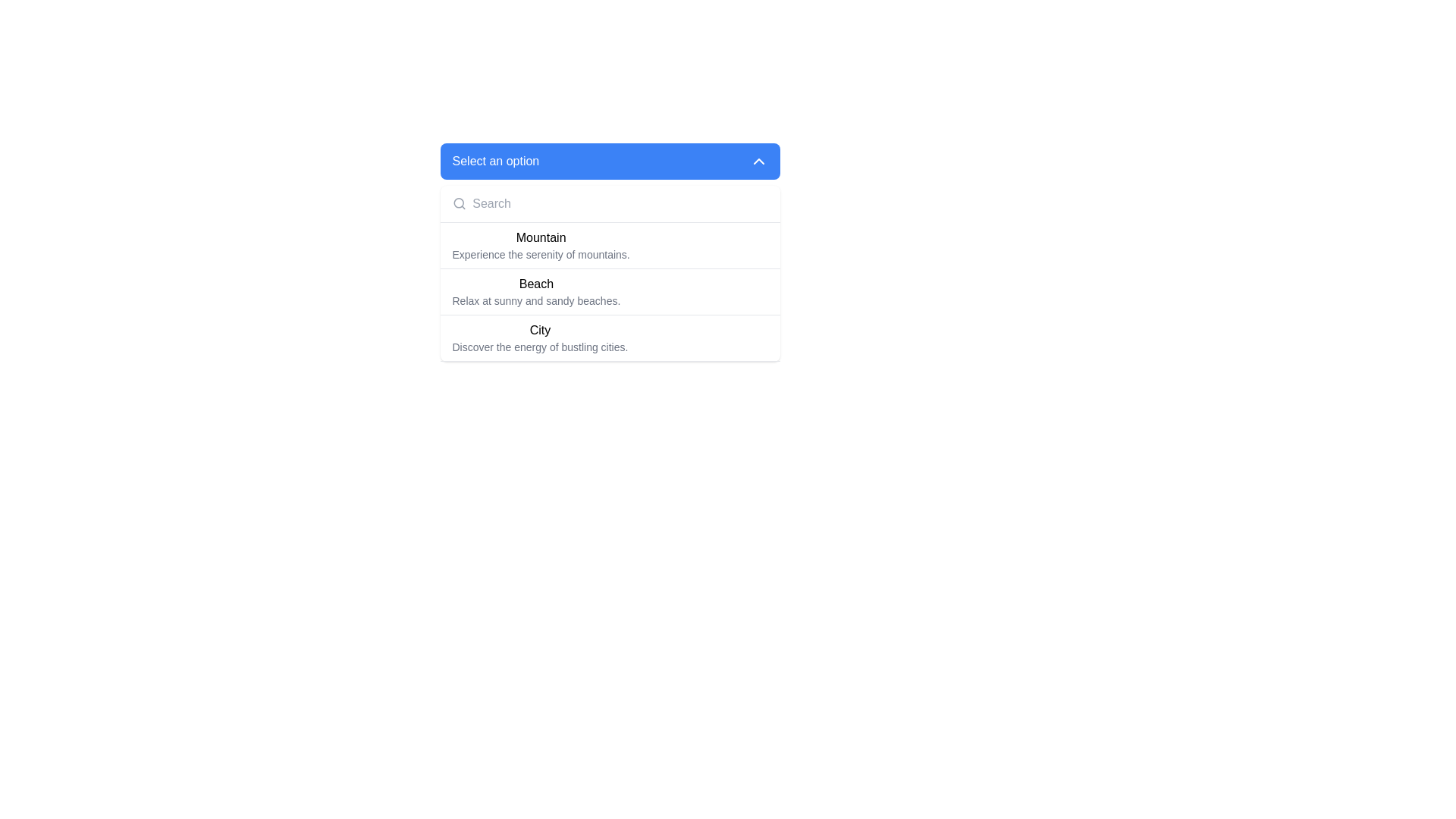  I want to click on the selectable list item labeled 'Beach', so click(610, 292).